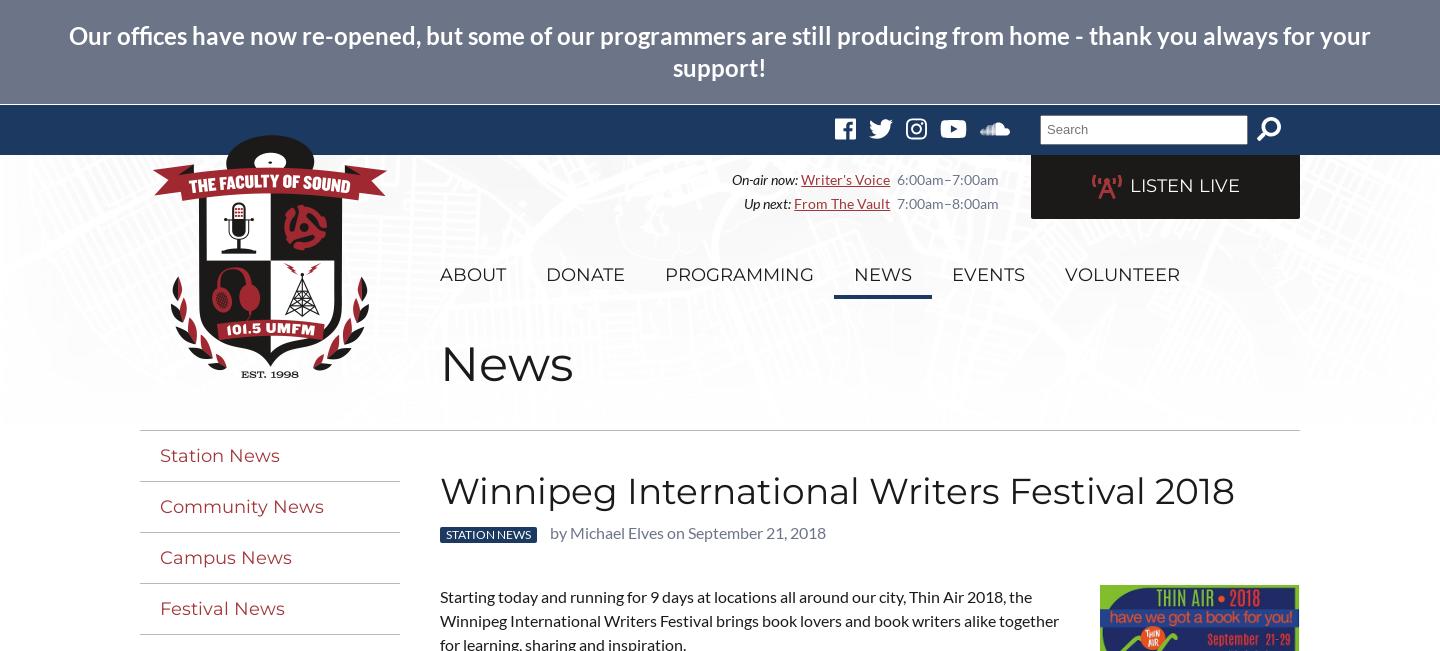 The height and width of the screenshot is (651, 1440). Describe the element at coordinates (549, 532) in the screenshot. I see `'by Michael Elves on September 21, 2018'` at that location.